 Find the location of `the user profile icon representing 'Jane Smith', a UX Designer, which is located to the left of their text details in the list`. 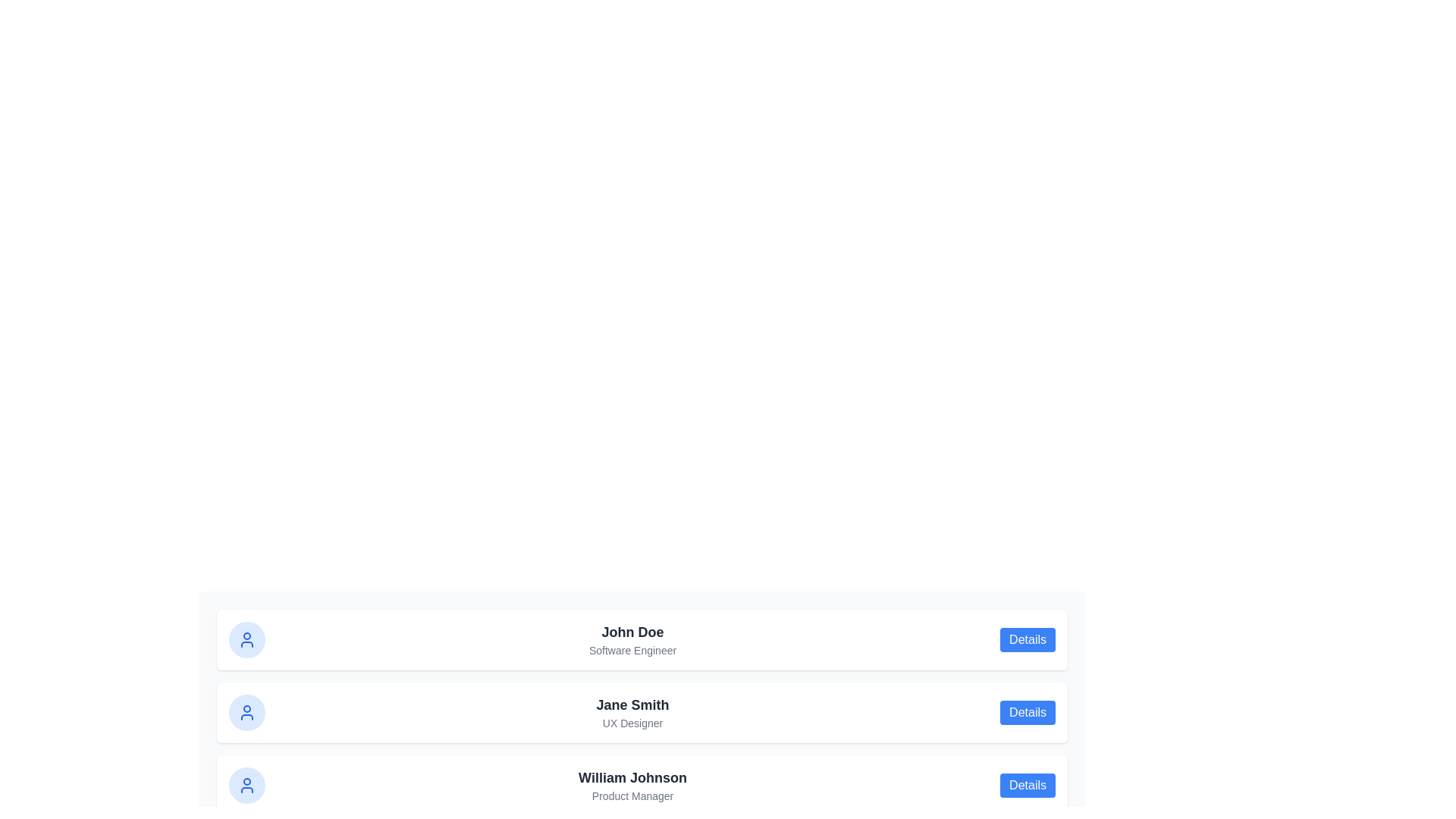

the user profile icon representing 'Jane Smith', a UX Designer, which is located to the left of their text details in the list is located at coordinates (247, 713).